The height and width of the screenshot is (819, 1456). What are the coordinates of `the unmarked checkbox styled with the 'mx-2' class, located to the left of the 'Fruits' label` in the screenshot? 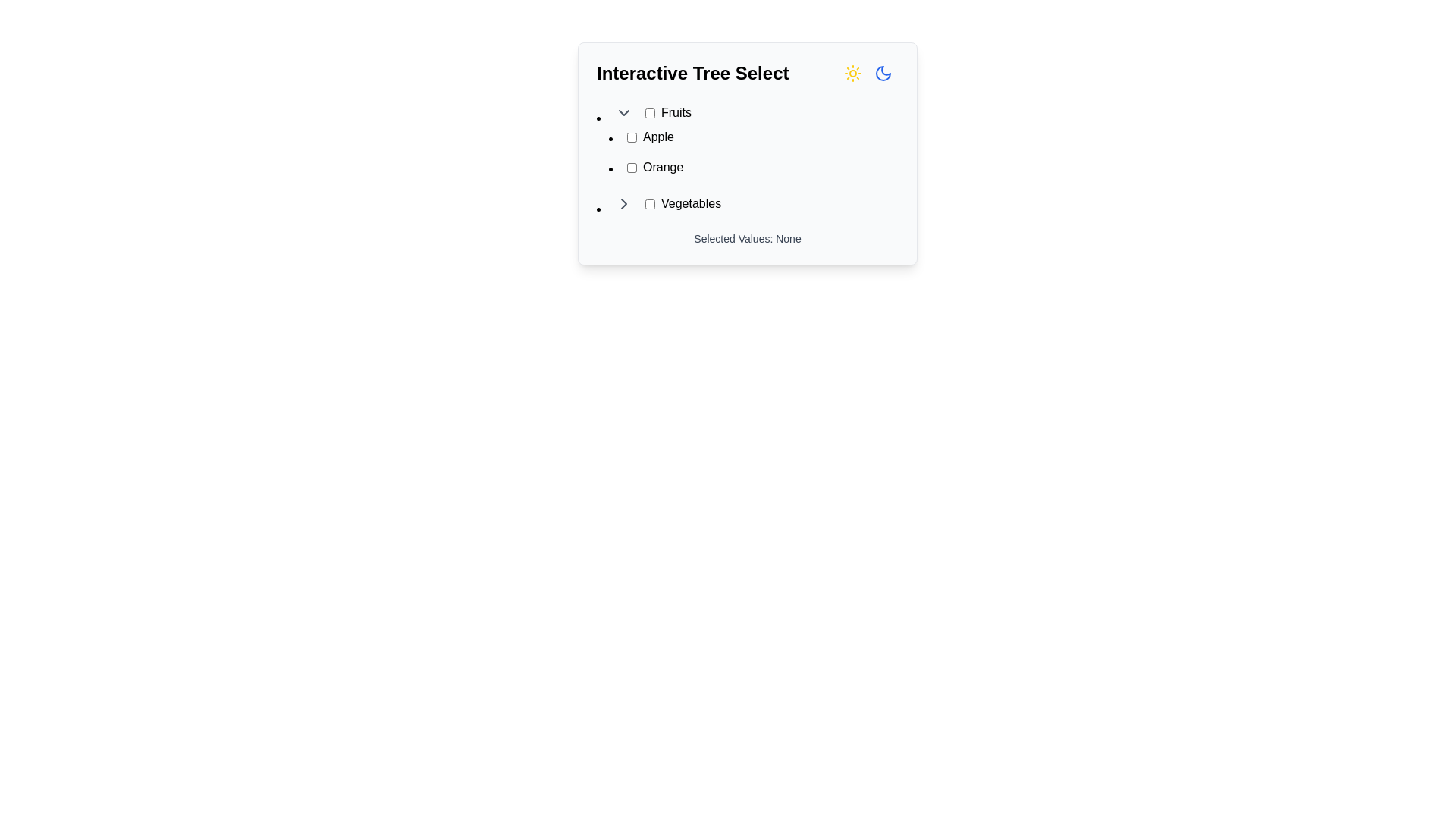 It's located at (650, 112).